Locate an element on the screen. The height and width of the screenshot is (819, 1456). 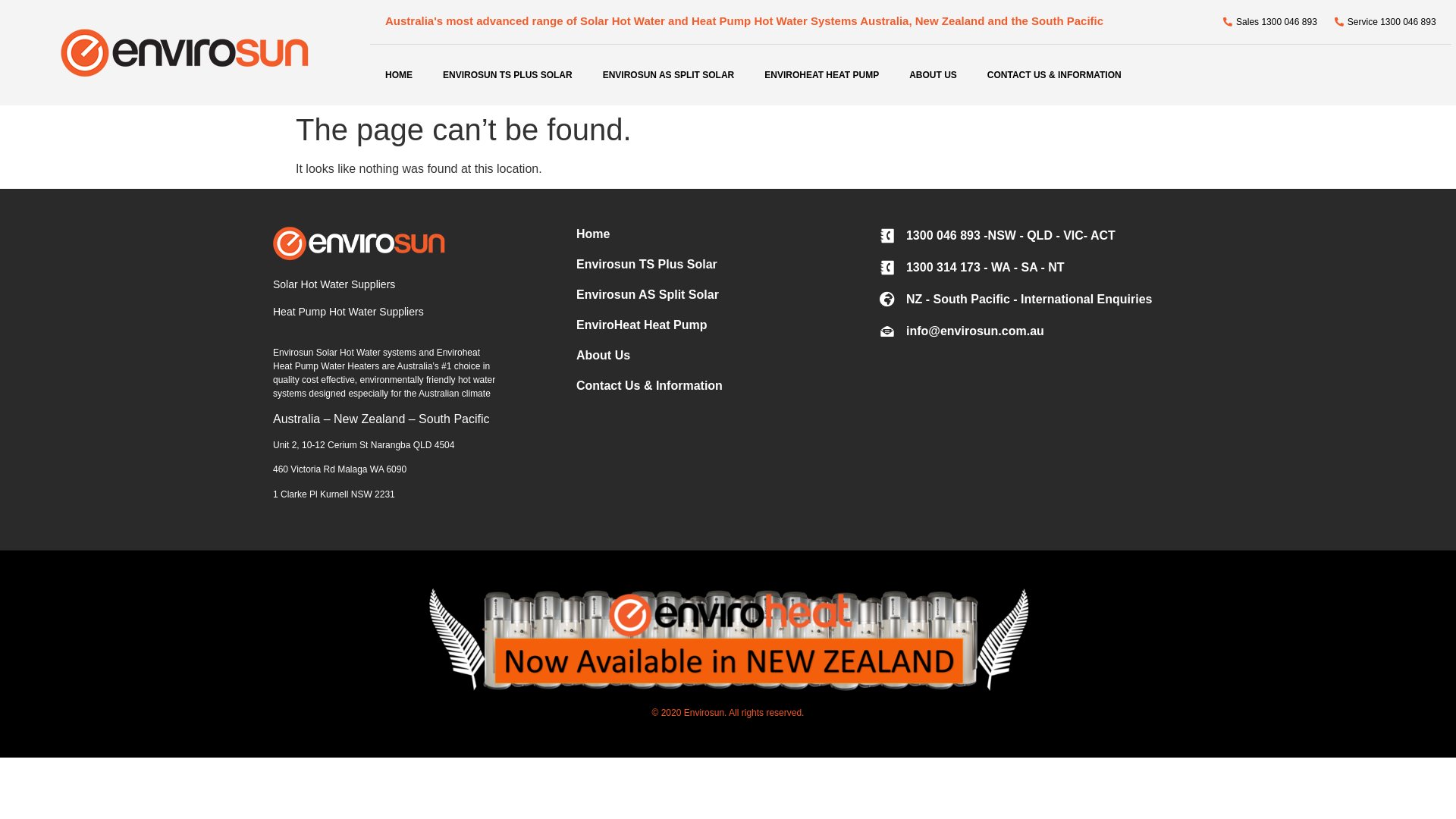
'ABOUT US' is located at coordinates (932, 75).